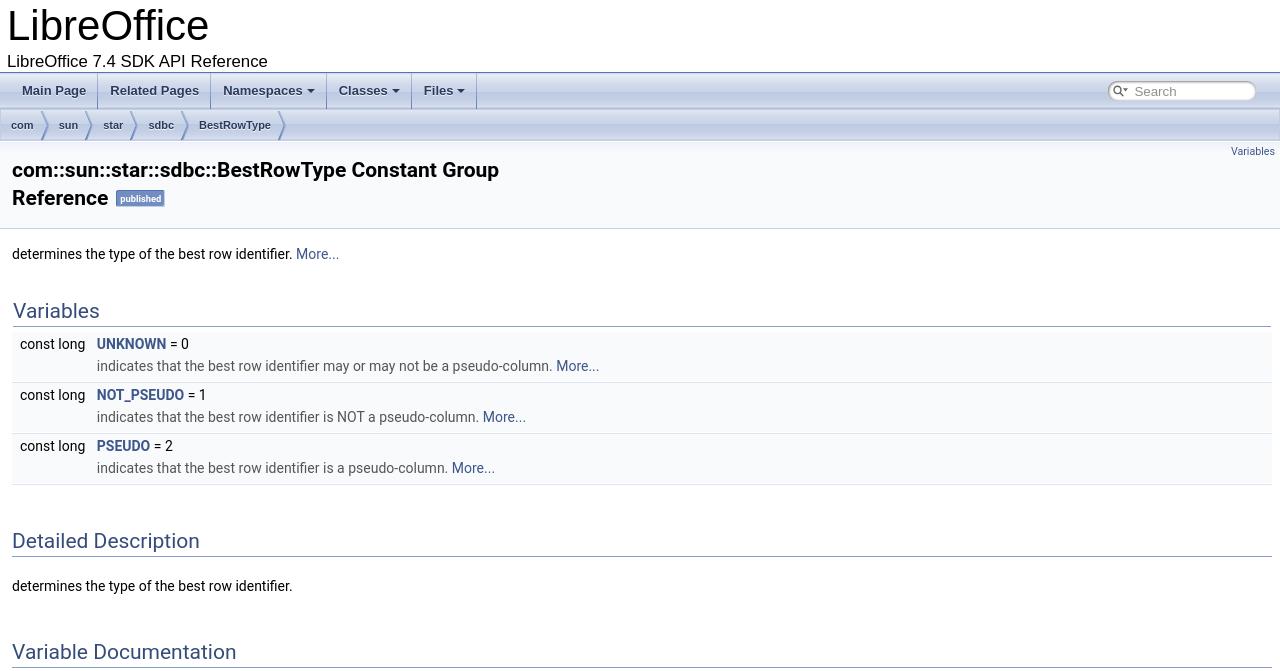 Image resolution: width=1280 pixels, height=671 pixels. I want to click on 'indicates that the best row identifier is a pseudo-column.', so click(272, 467).